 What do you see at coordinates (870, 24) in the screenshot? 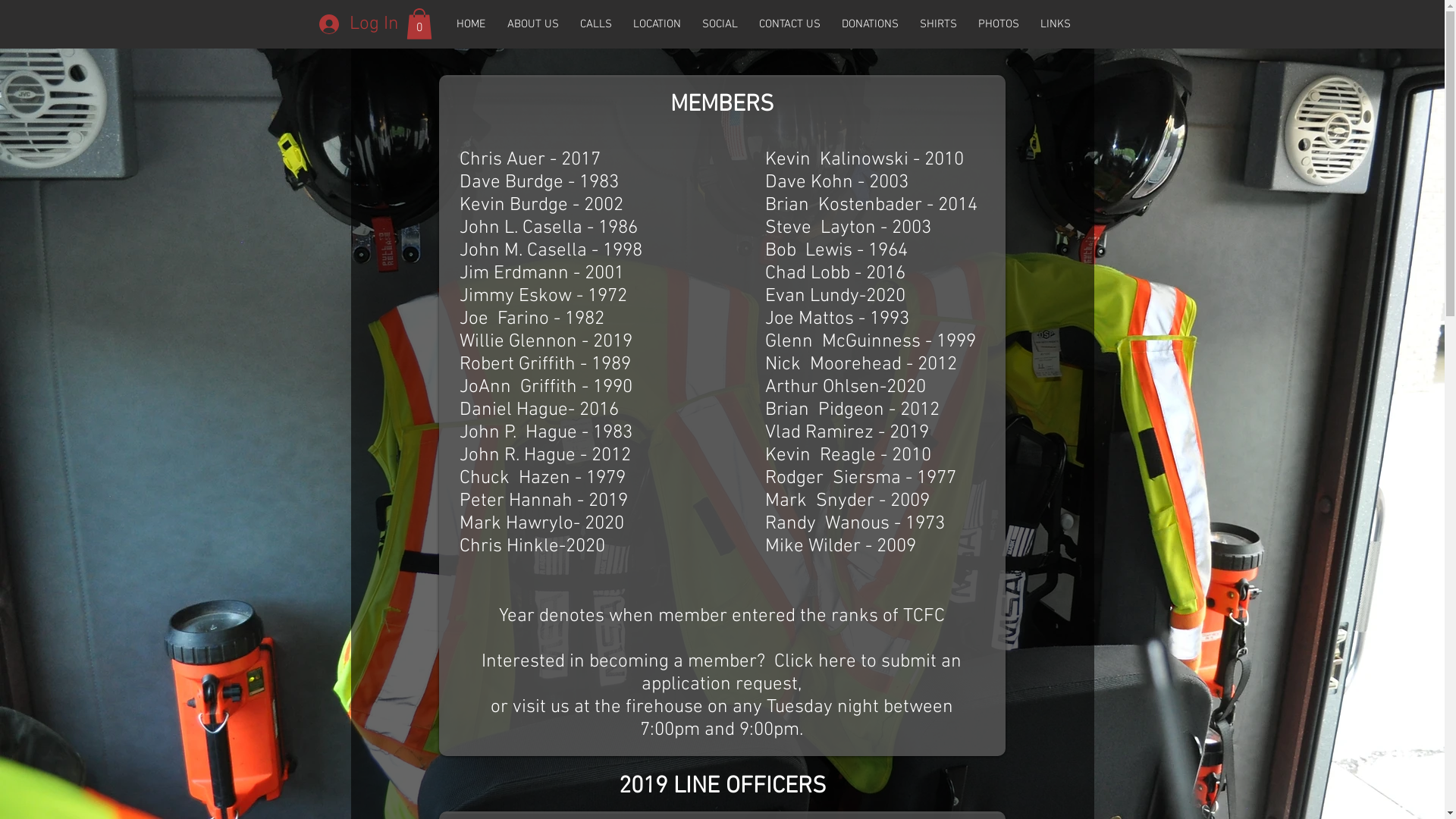
I see `'DONATIONS'` at bounding box center [870, 24].